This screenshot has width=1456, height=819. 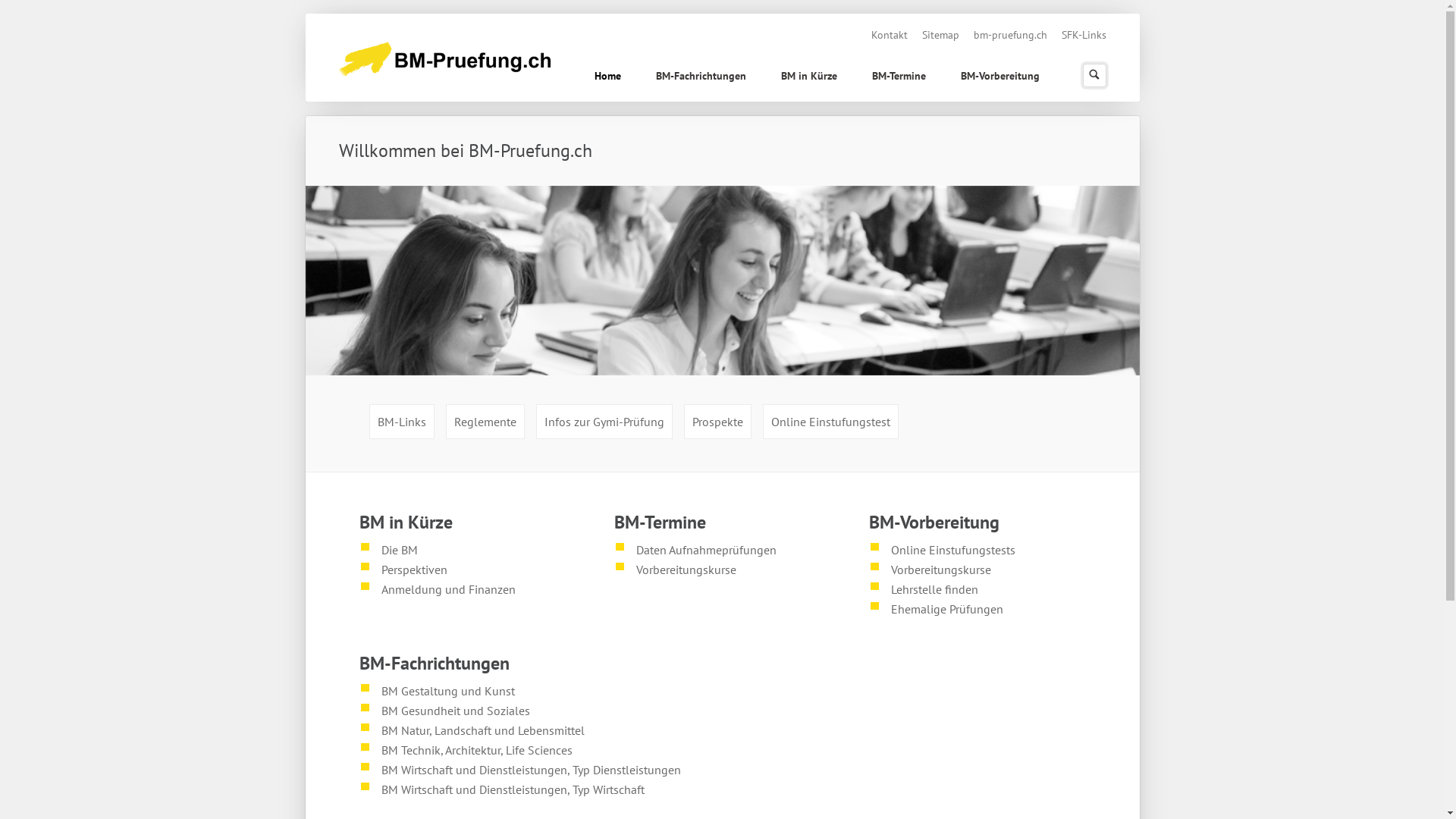 What do you see at coordinates (447, 588) in the screenshot?
I see `'Anmeldung und Finanzen'` at bounding box center [447, 588].